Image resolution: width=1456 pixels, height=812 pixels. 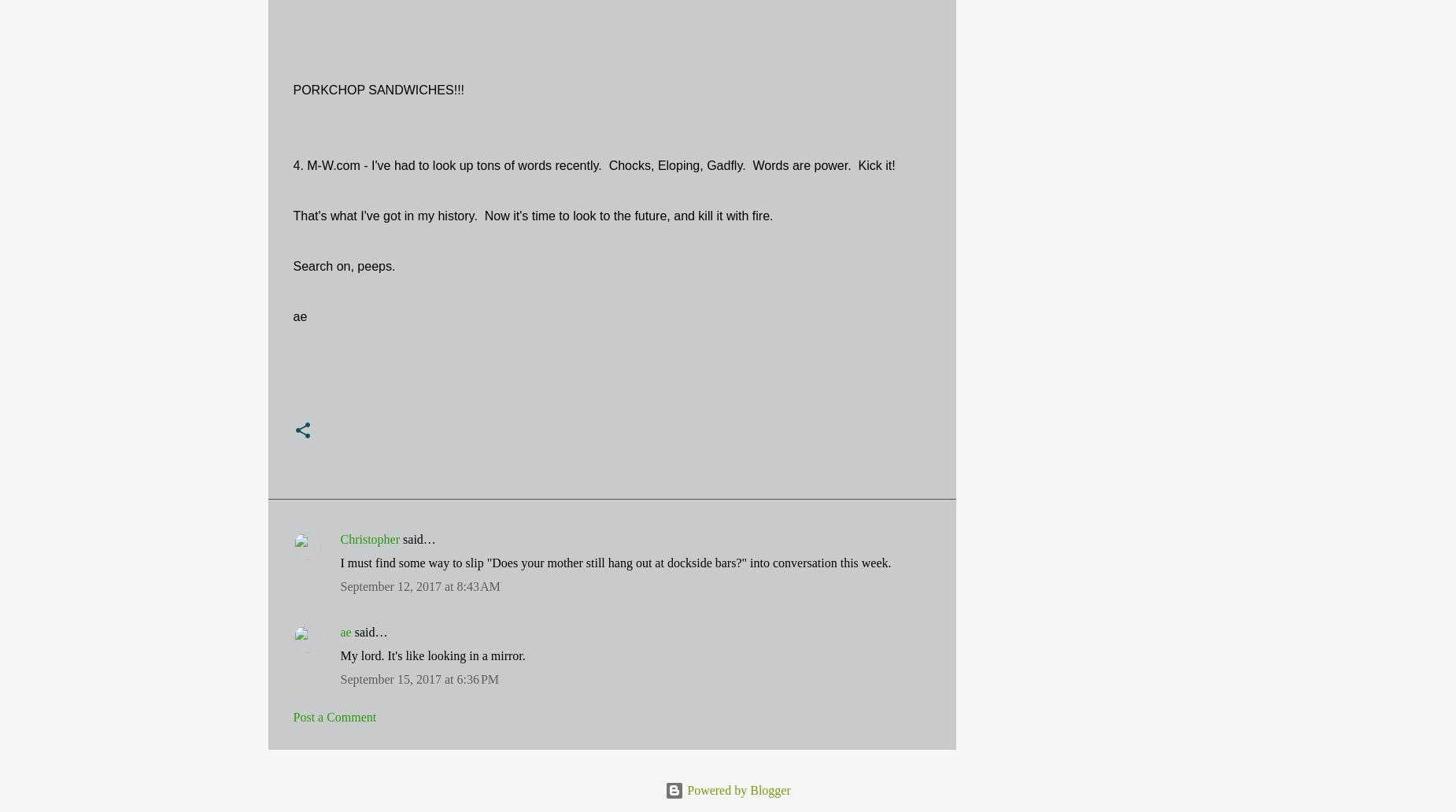 What do you see at coordinates (615, 562) in the screenshot?
I see `'I must find some way to slip "Does your mother still hang out at dockside bars?" into conversation this week.'` at bounding box center [615, 562].